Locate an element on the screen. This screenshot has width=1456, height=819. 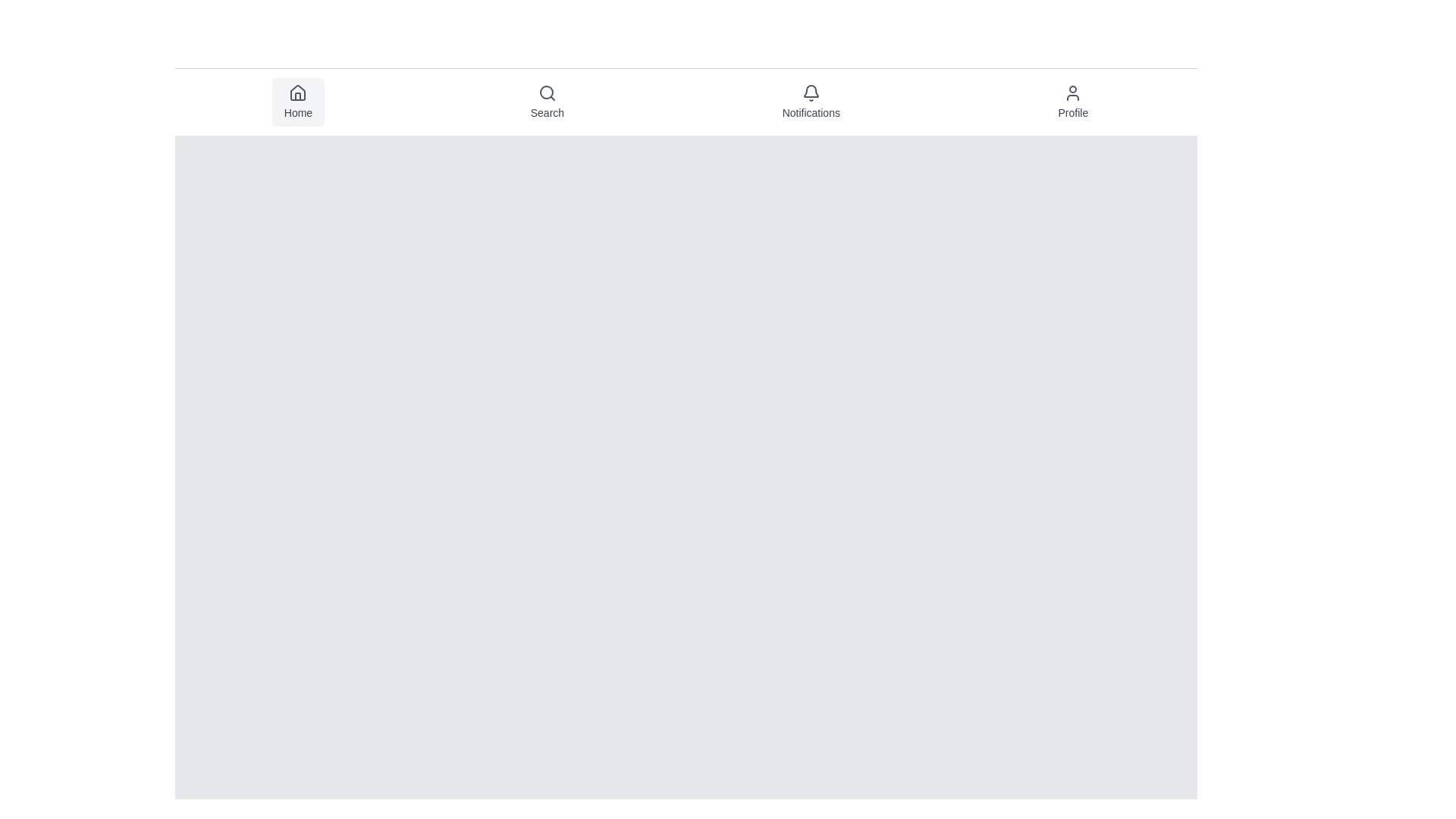
the navigational button that accesses the search functionality, located between the 'Home' and 'Notifications' buttons at the top center of the interface is located at coordinates (546, 102).